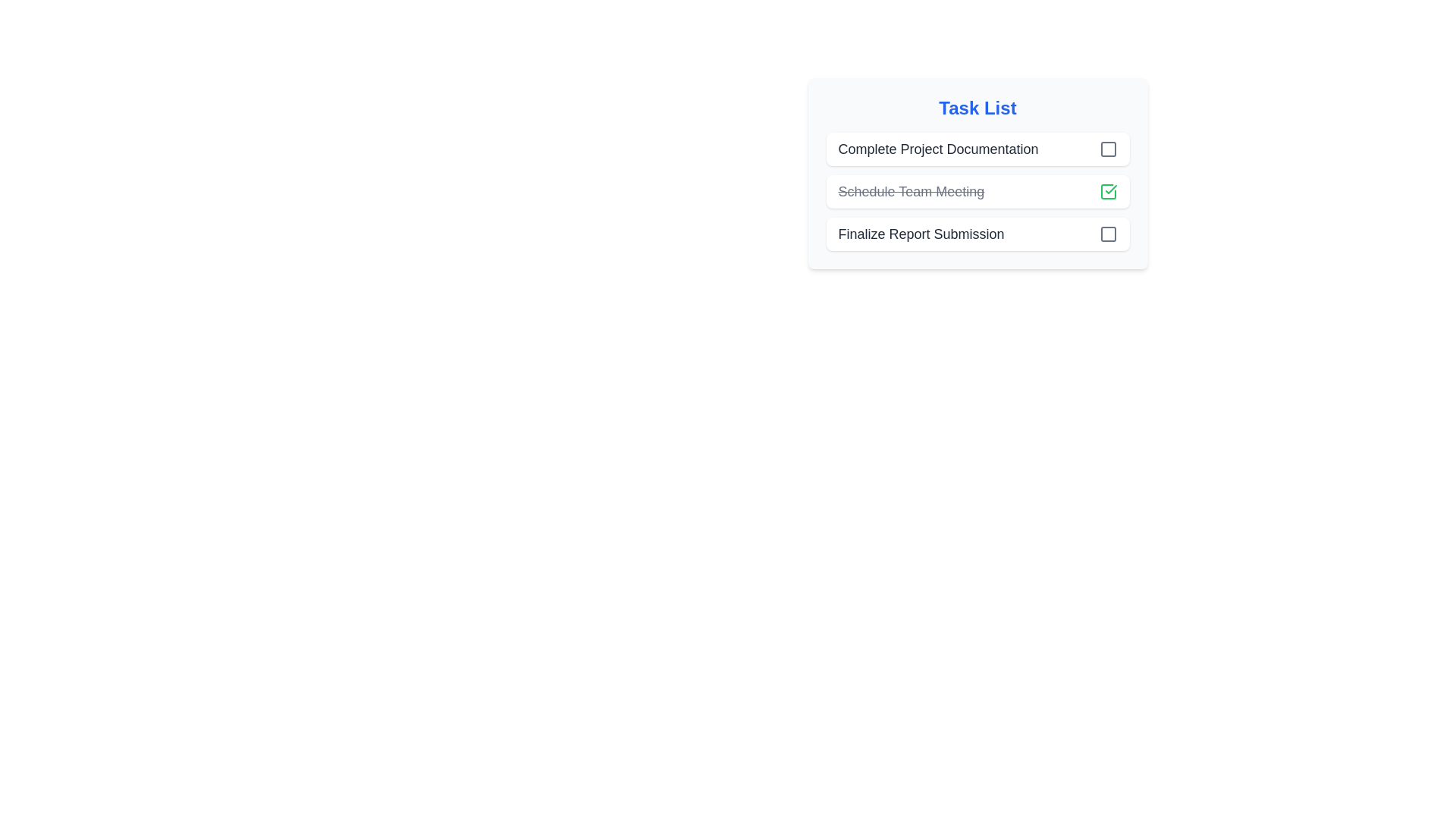 This screenshot has width=1456, height=819. What do you see at coordinates (1108, 149) in the screenshot?
I see `the Checkbox-like interactive icon located in the 'Complete Project Documentation' row at the far right side next to the task title` at bounding box center [1108, 149].